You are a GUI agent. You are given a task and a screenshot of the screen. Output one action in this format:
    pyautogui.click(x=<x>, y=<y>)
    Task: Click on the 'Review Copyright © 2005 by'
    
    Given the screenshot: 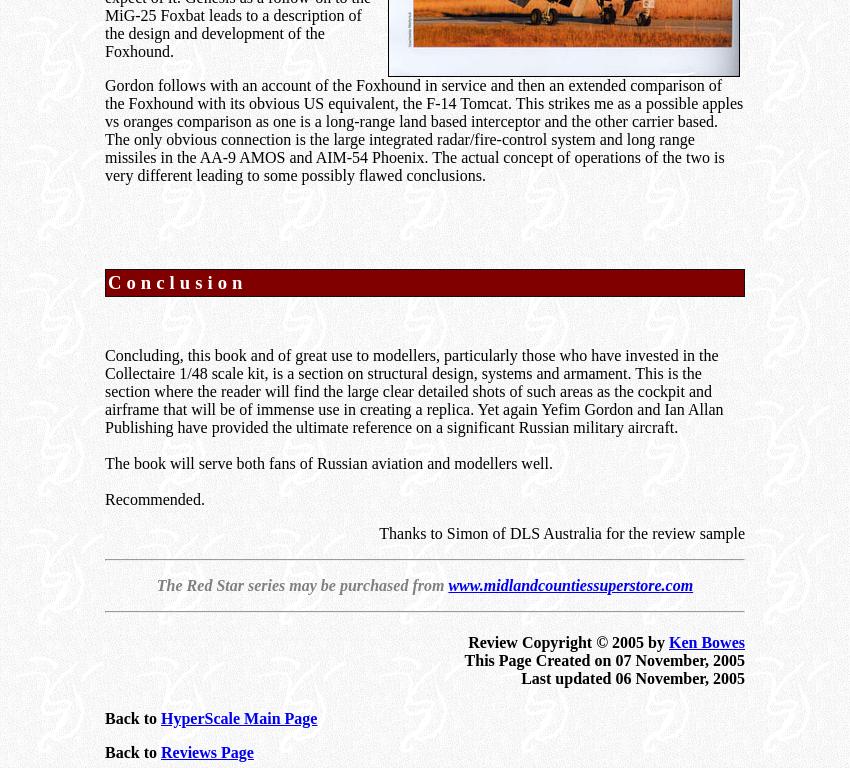 What is the action you would take?
    pyautogui.click(x=568, y=641)
    